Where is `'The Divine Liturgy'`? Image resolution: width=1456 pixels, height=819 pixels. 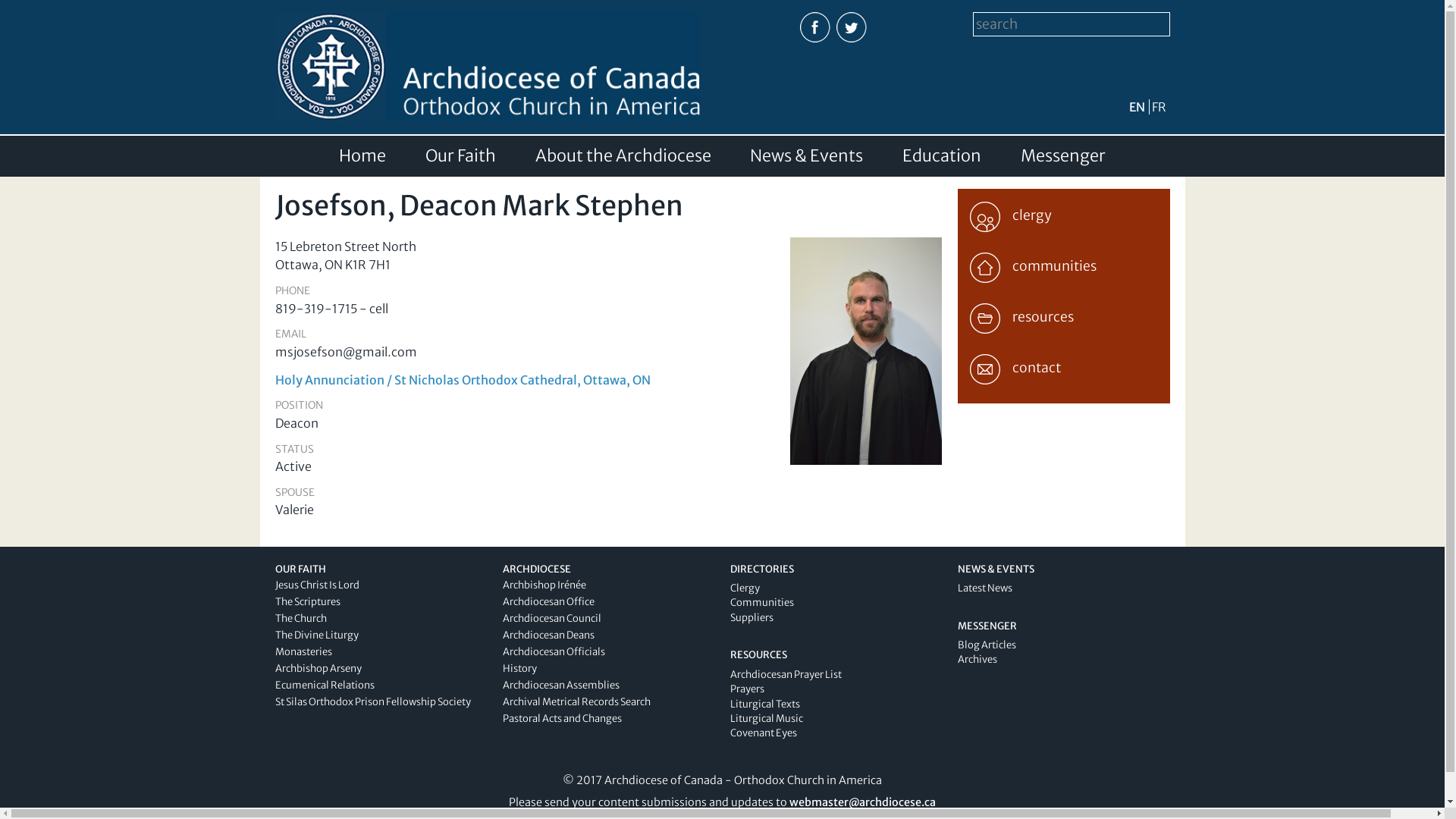
'The Divine Liturgy' is located at coordinates (315, 635).